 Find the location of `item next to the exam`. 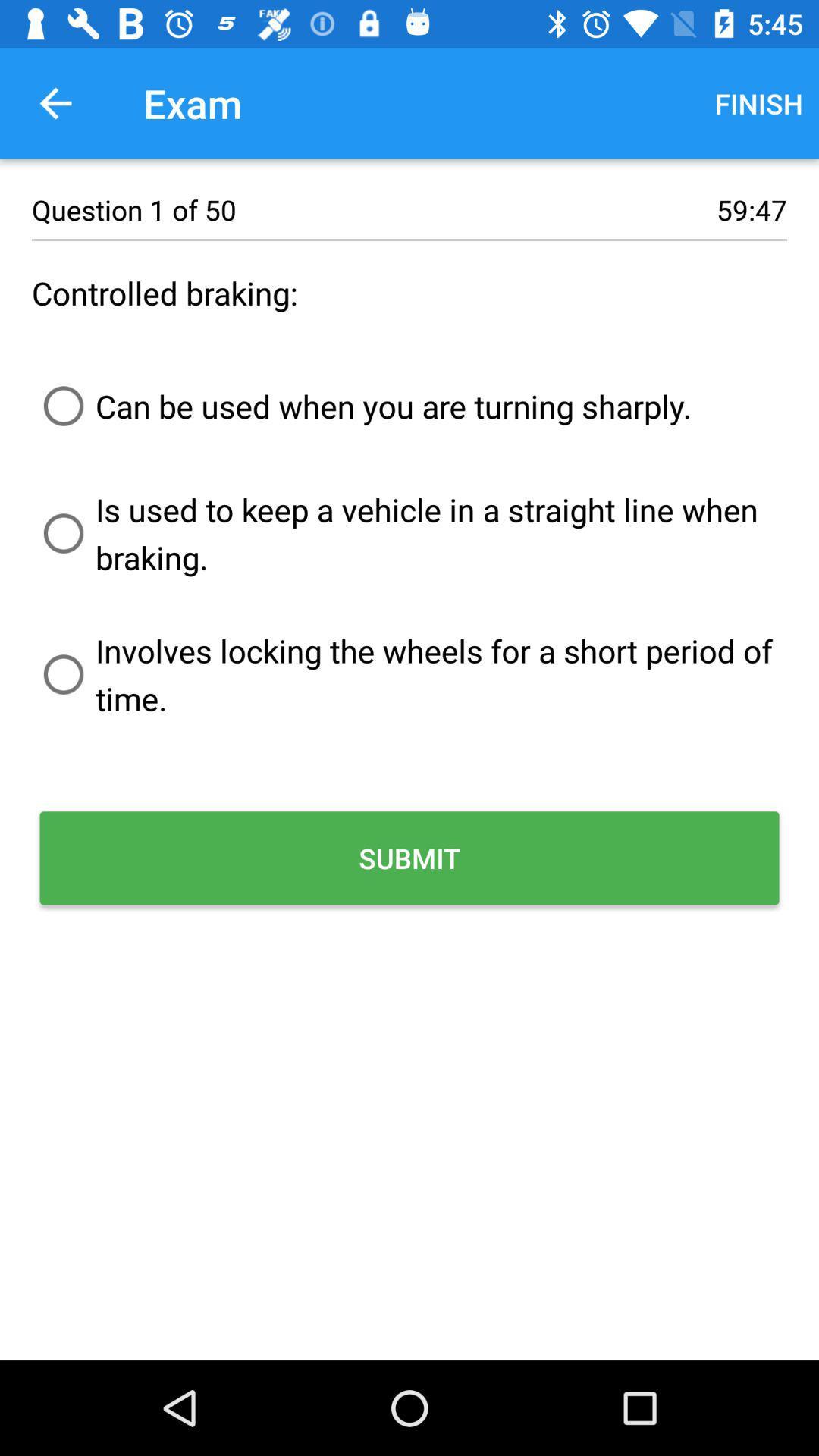

item next to the exam is located at coordinates (55, 102).